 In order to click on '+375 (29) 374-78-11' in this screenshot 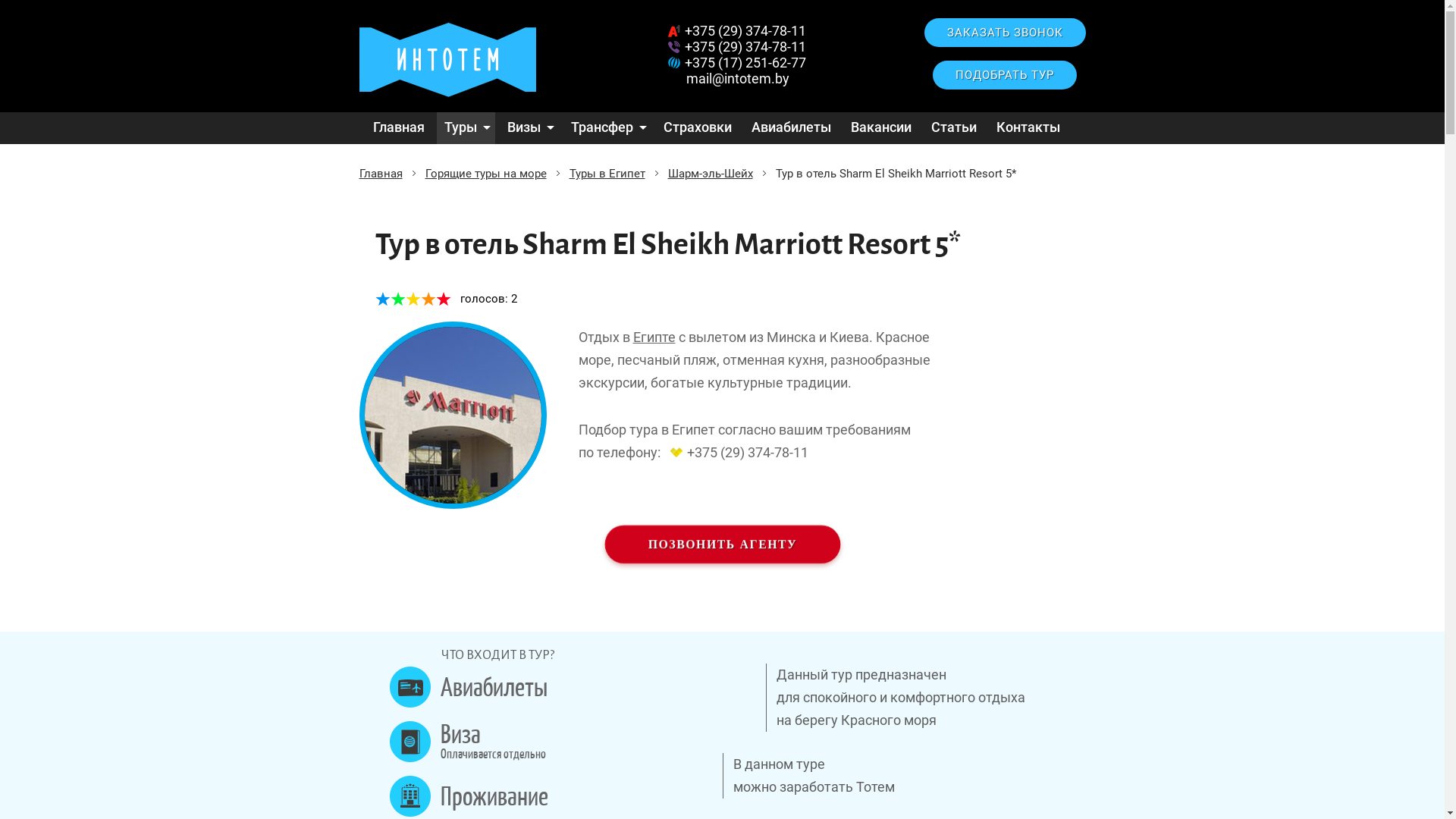, I will do `click(733, 30)`.